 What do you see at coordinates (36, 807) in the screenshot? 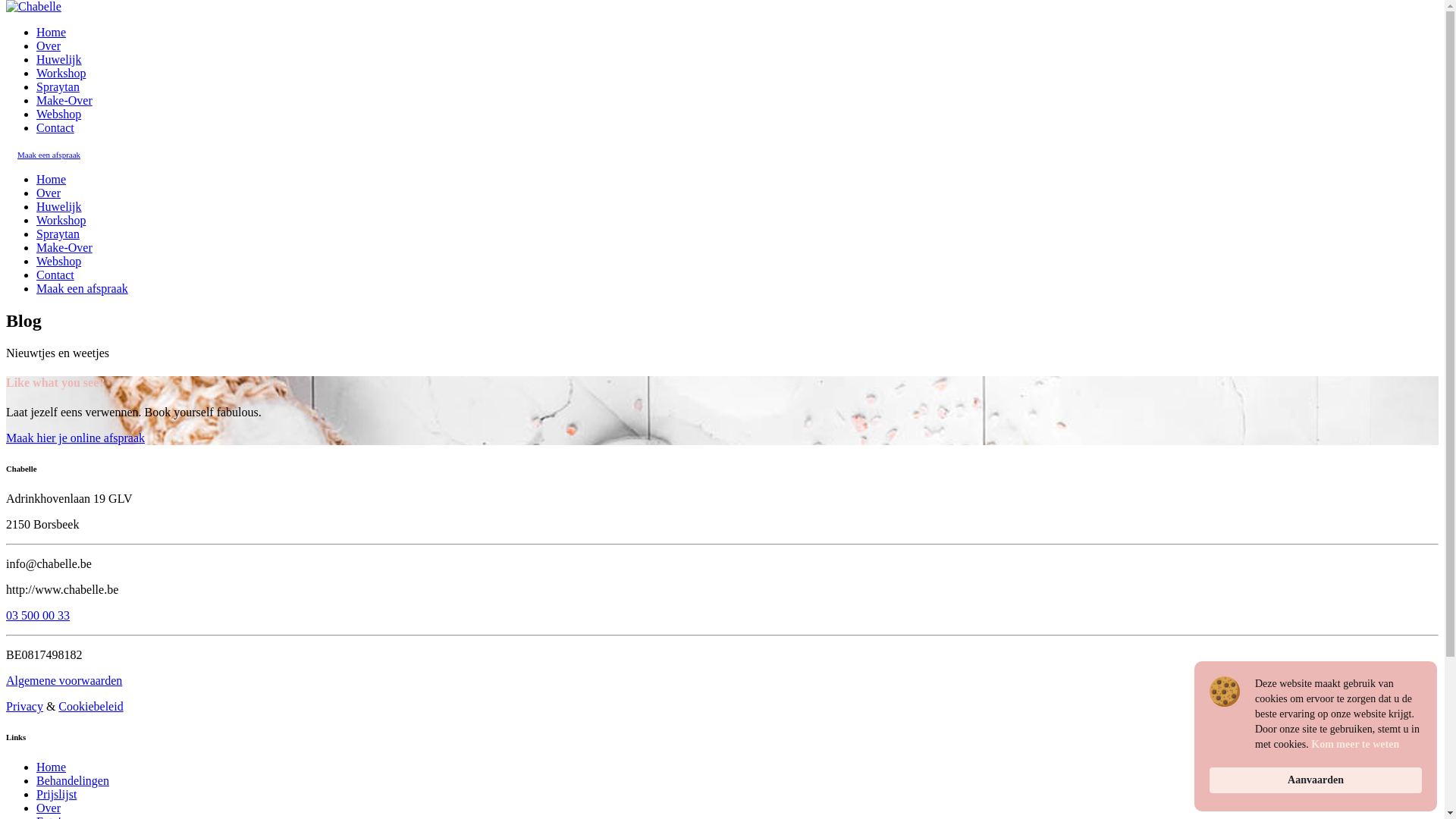
I see `'Over'` at bounding box center [36, 807].